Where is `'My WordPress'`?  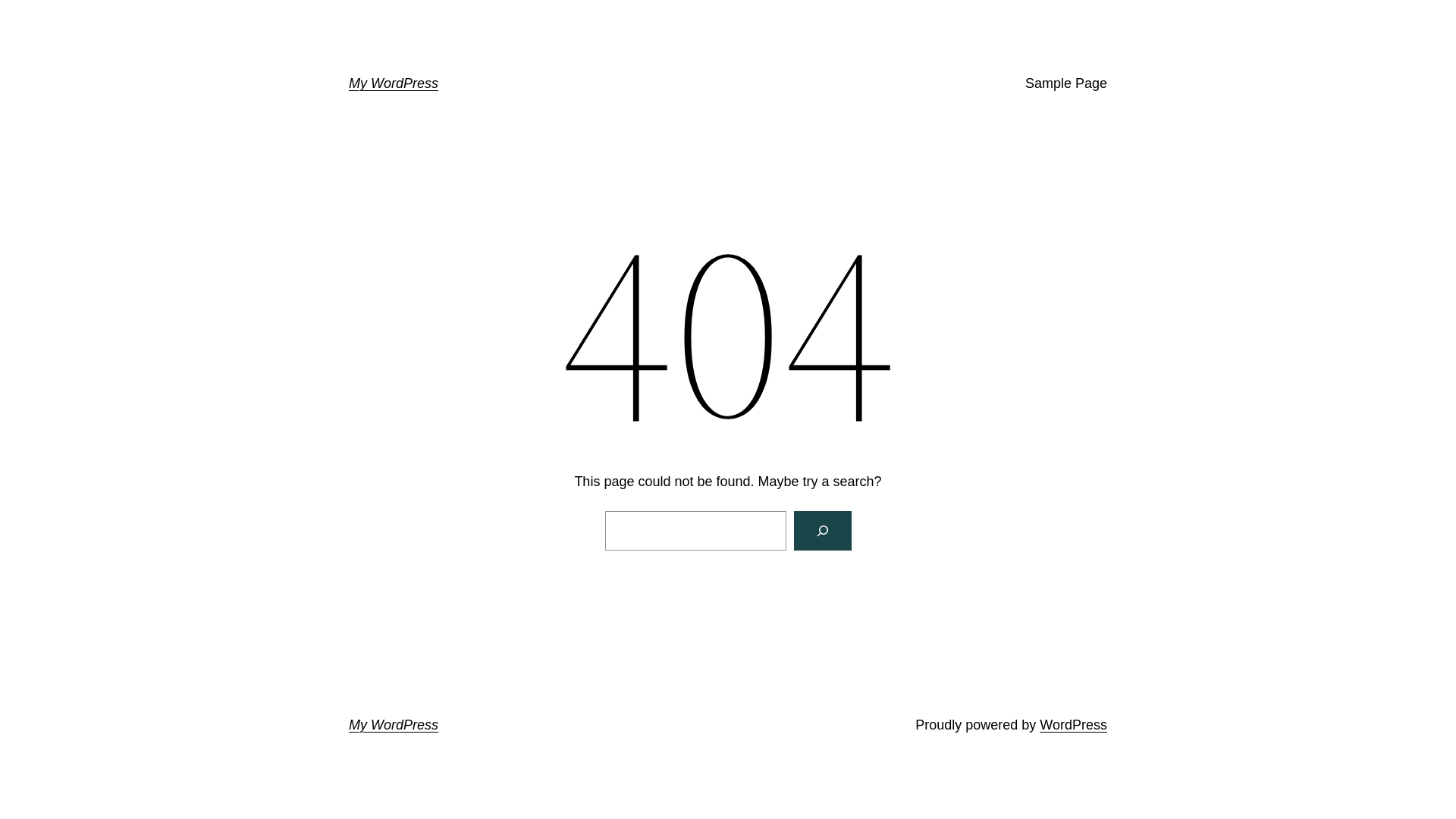
'My WordPress' is located at coordinates (393, 83).